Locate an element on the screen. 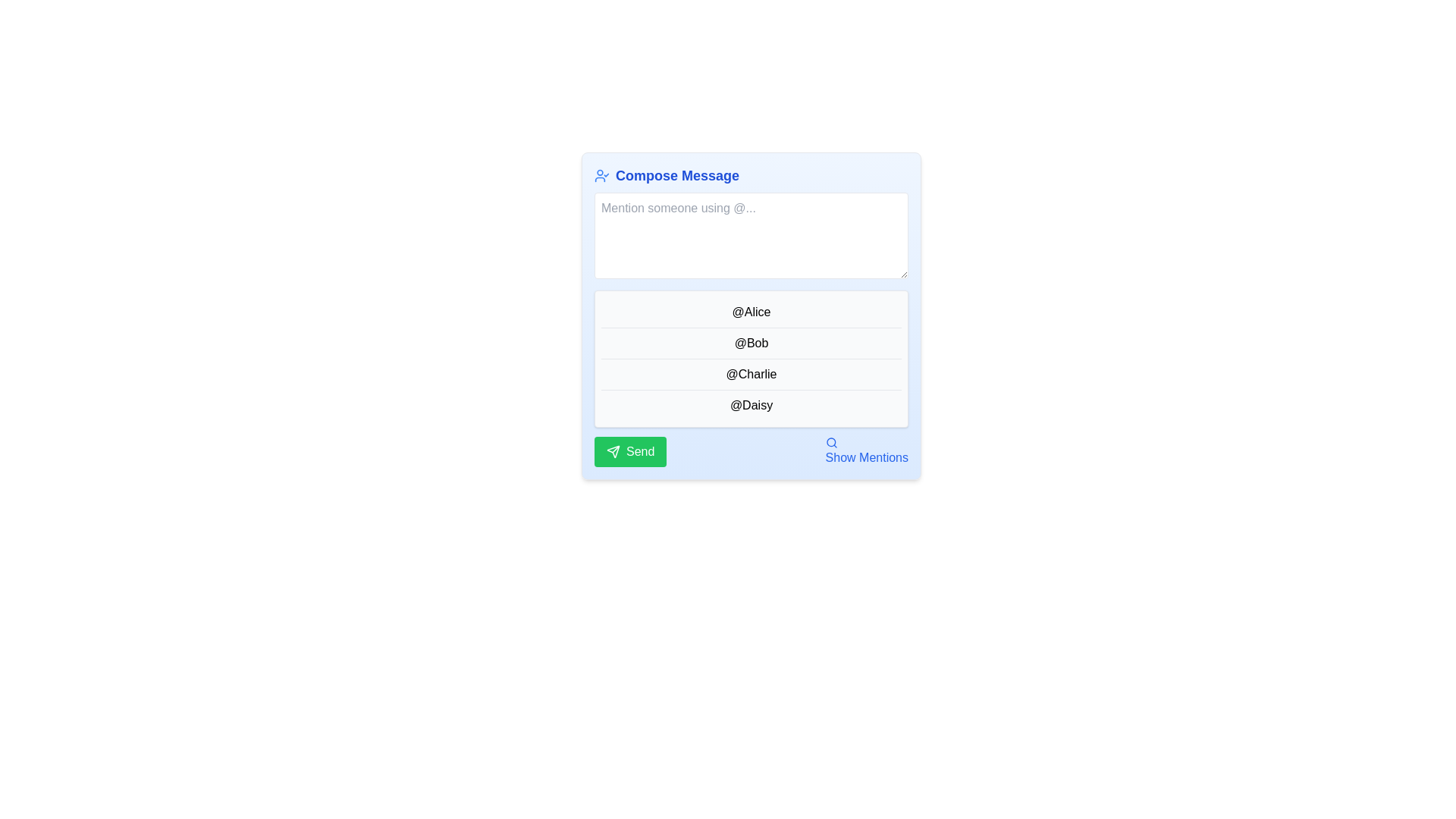  the blue clickable text labeled 'Show Mentions' is located at coordinates (867, 451).